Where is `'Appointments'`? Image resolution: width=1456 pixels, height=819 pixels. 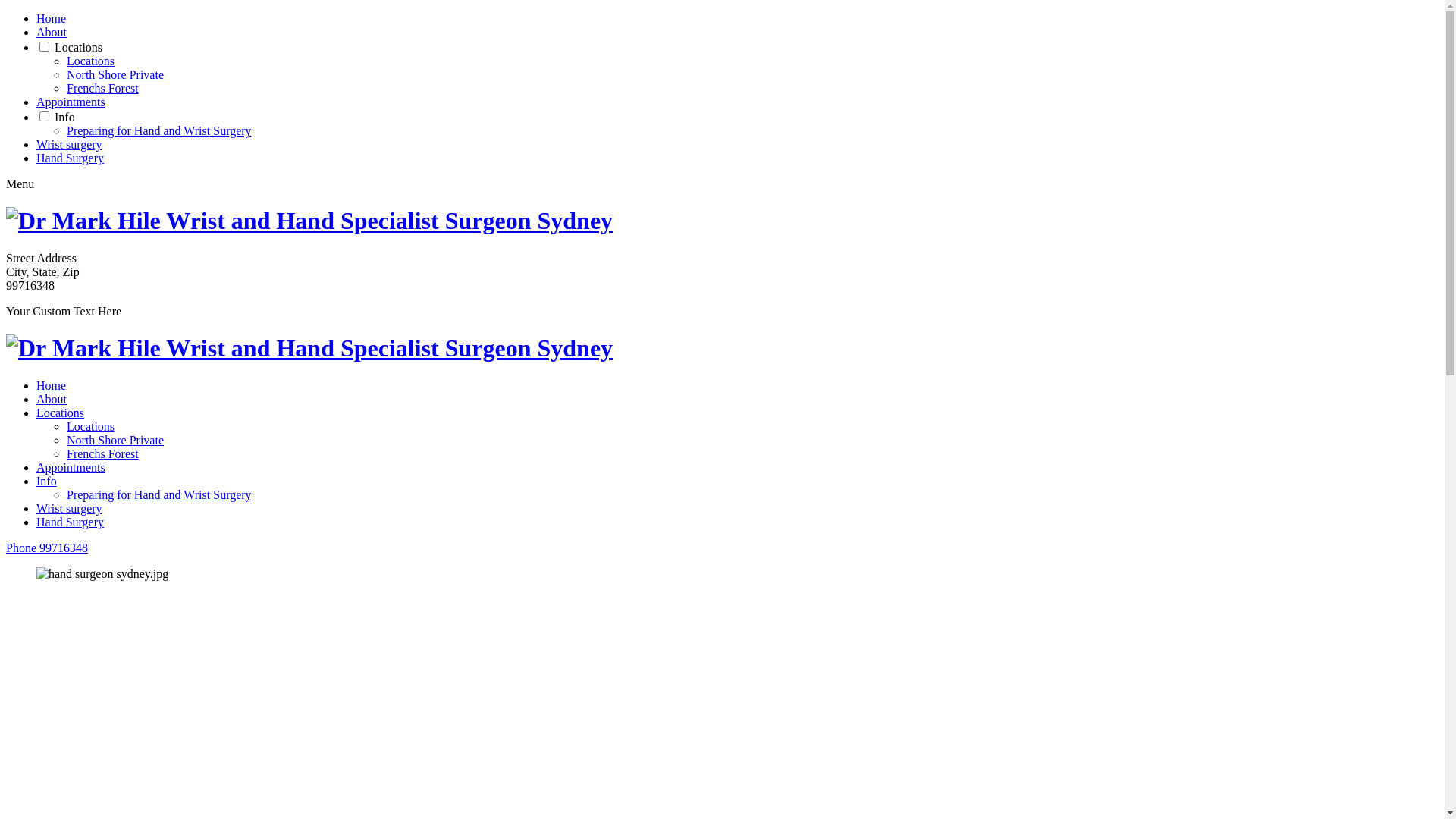 'Appointments' is located at coordinates (70, 102).